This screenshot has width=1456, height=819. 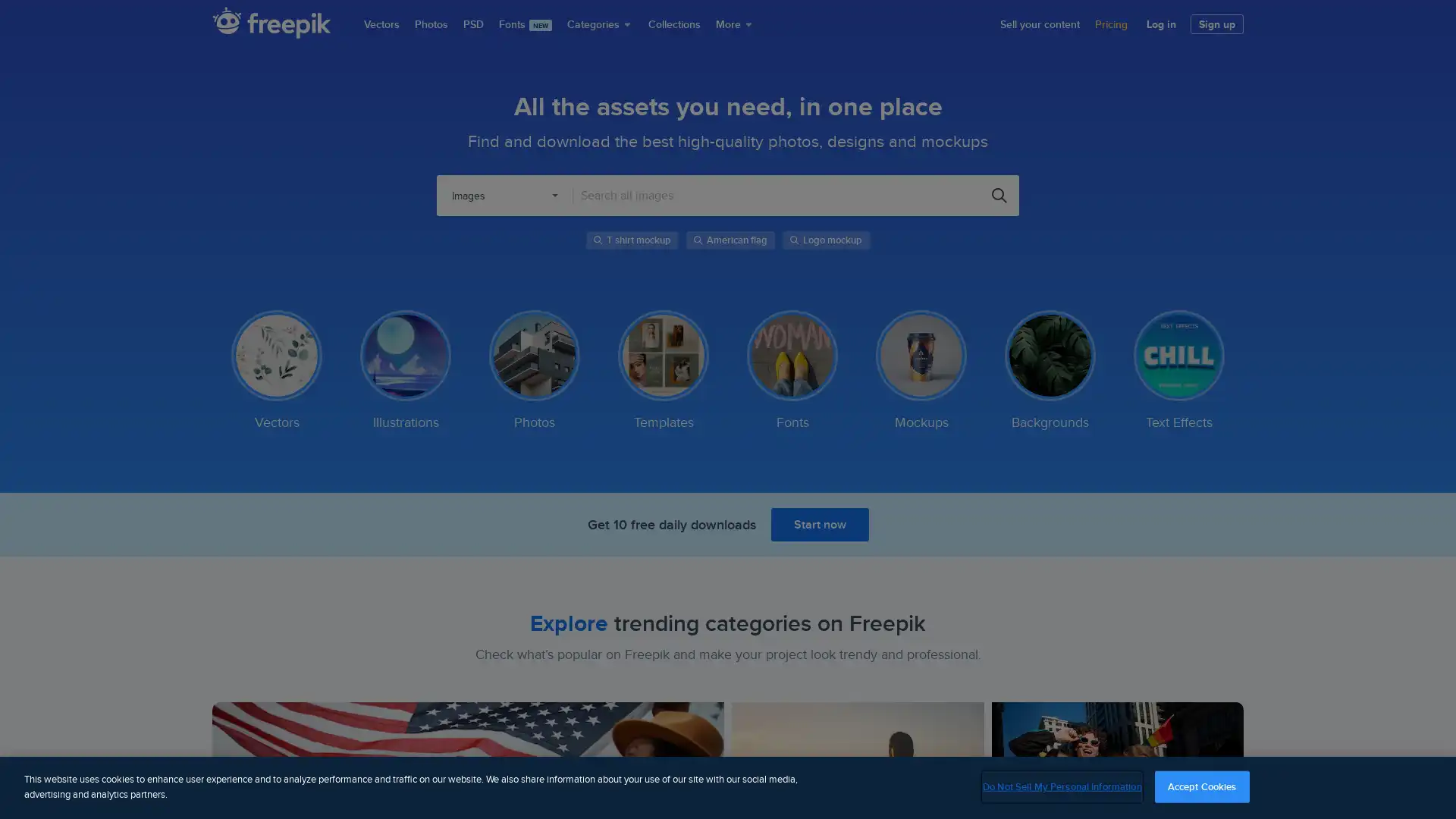 I want to click on Accept Cookies, so click(x=1200, y=786).